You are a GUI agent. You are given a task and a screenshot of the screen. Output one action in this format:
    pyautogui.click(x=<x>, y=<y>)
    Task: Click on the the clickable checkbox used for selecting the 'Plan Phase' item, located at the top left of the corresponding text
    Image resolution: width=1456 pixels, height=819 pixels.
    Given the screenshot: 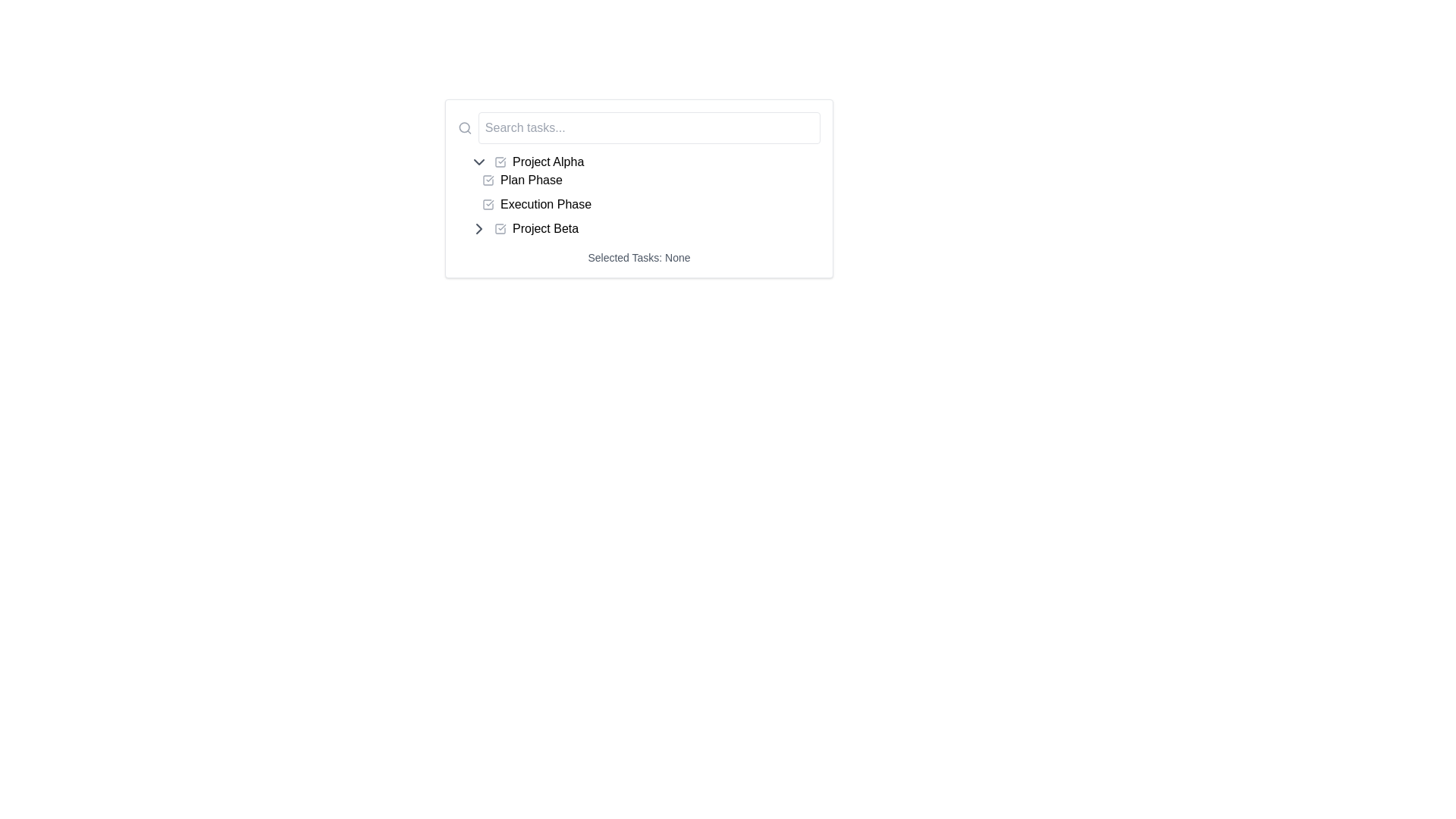 What is the action you would take?
    pyautogui.click(x=488, y=180)
    